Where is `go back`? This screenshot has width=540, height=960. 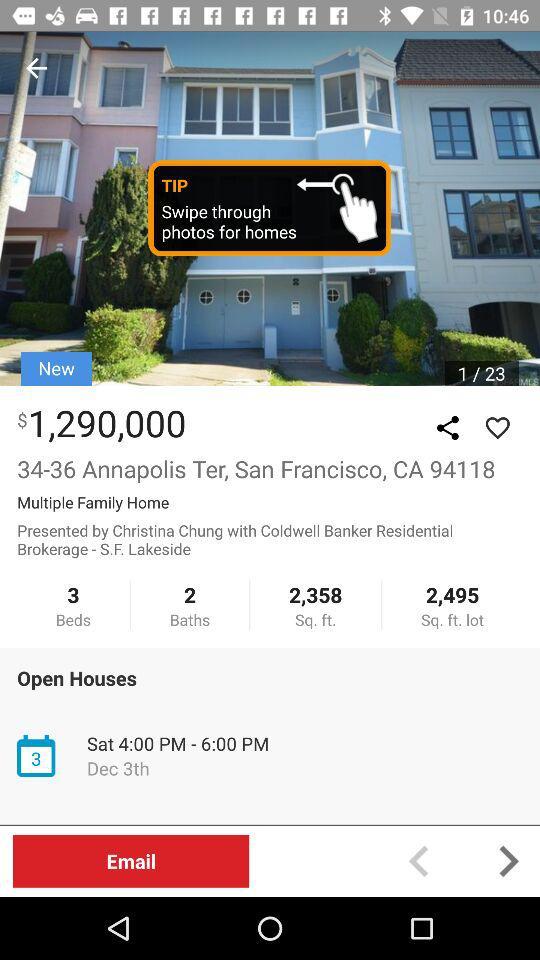
go back is located at coordinates (36, 68).